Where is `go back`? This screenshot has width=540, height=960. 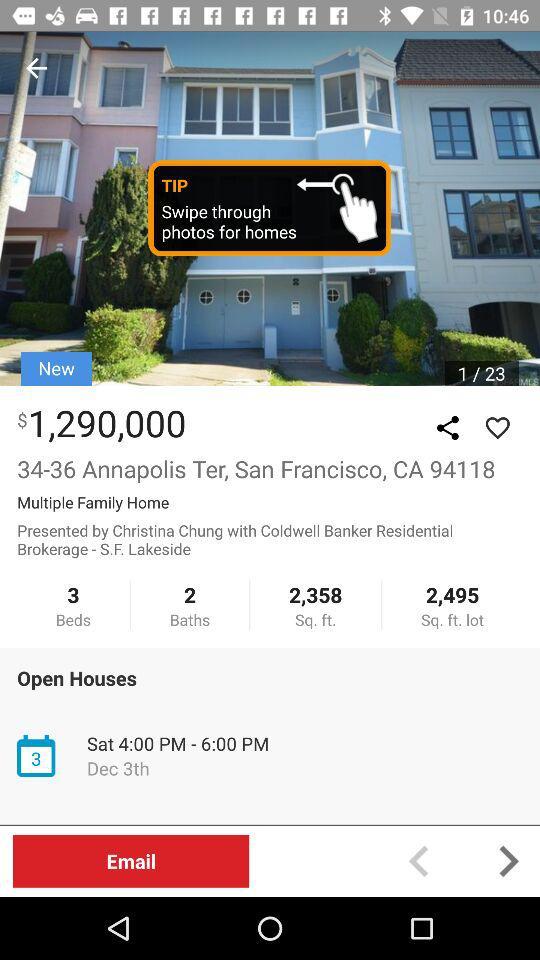
go back is located at coordinates (36, 68).